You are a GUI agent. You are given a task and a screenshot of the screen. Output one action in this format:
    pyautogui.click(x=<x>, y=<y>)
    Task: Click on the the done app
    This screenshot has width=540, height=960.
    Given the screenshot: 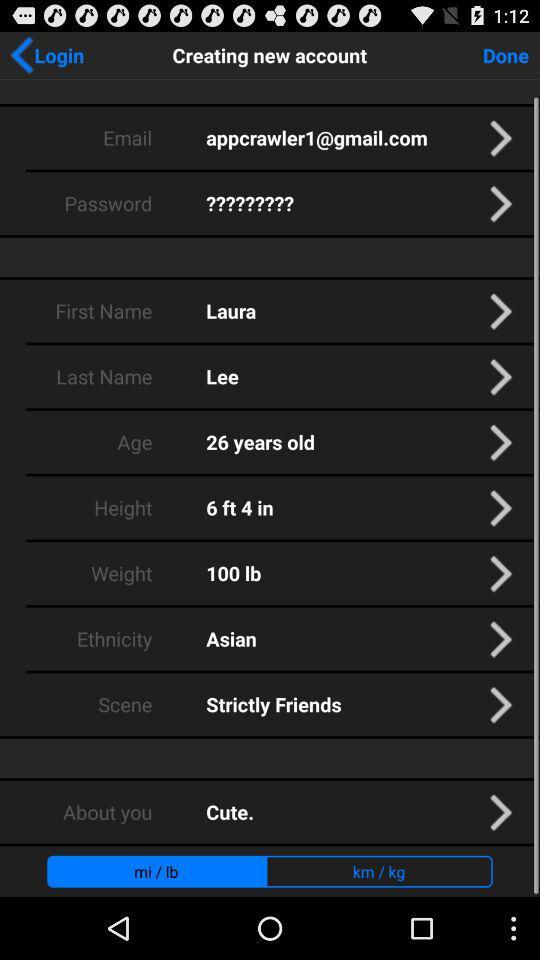 What is the action you would take?
    pyautogui.click(x=505, y=53)
    